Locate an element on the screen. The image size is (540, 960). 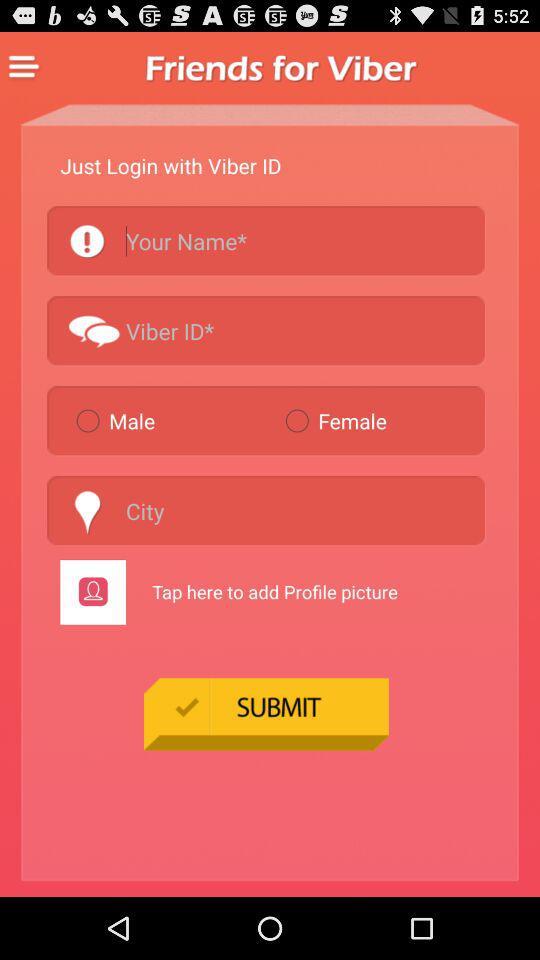
viber id is located at coordinates (266, 330).